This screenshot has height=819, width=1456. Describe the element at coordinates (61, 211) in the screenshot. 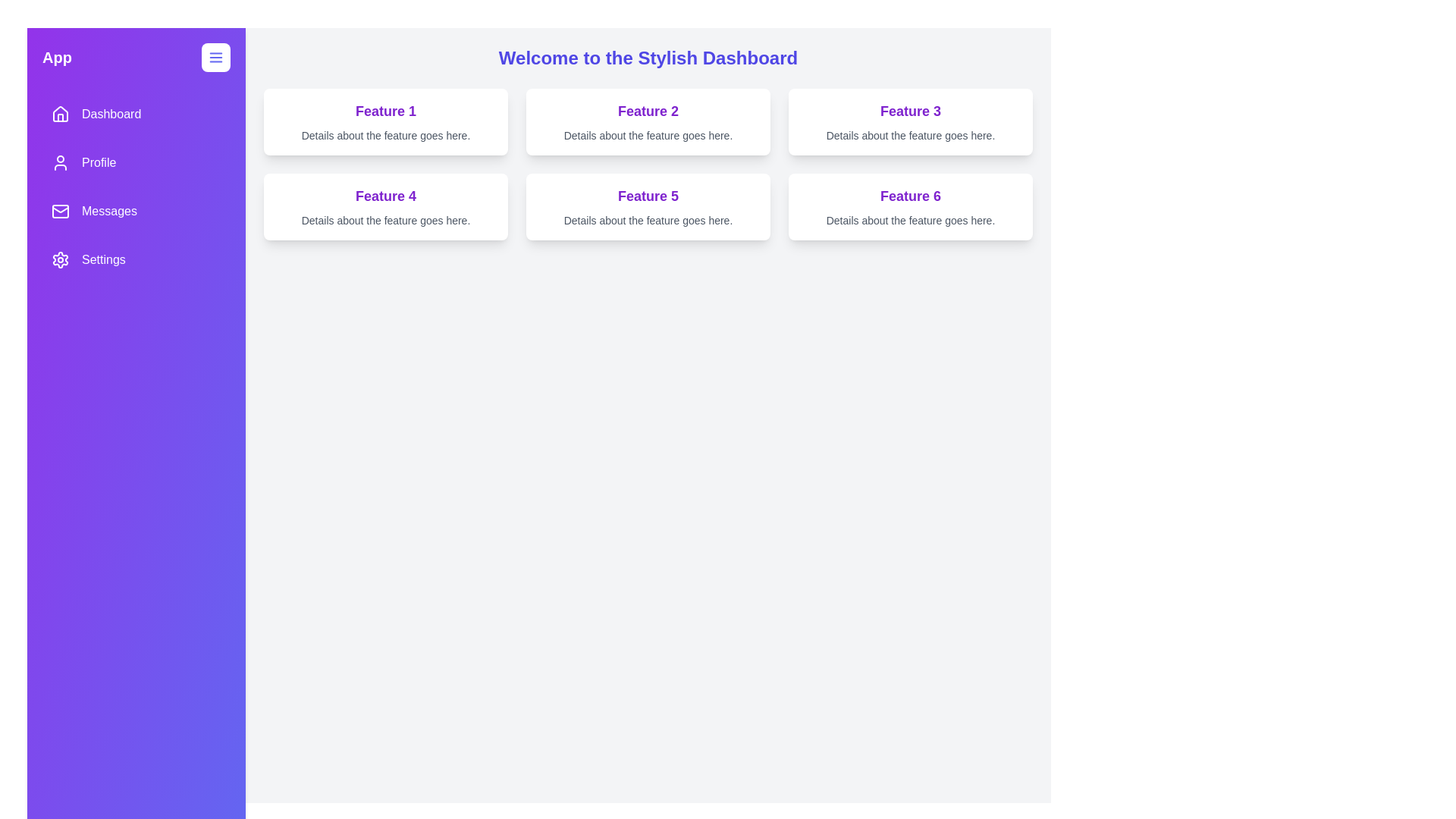

I see `the larger rectangular part of the envelope icon representing the Messages section in the navigation sidebar` at that location.